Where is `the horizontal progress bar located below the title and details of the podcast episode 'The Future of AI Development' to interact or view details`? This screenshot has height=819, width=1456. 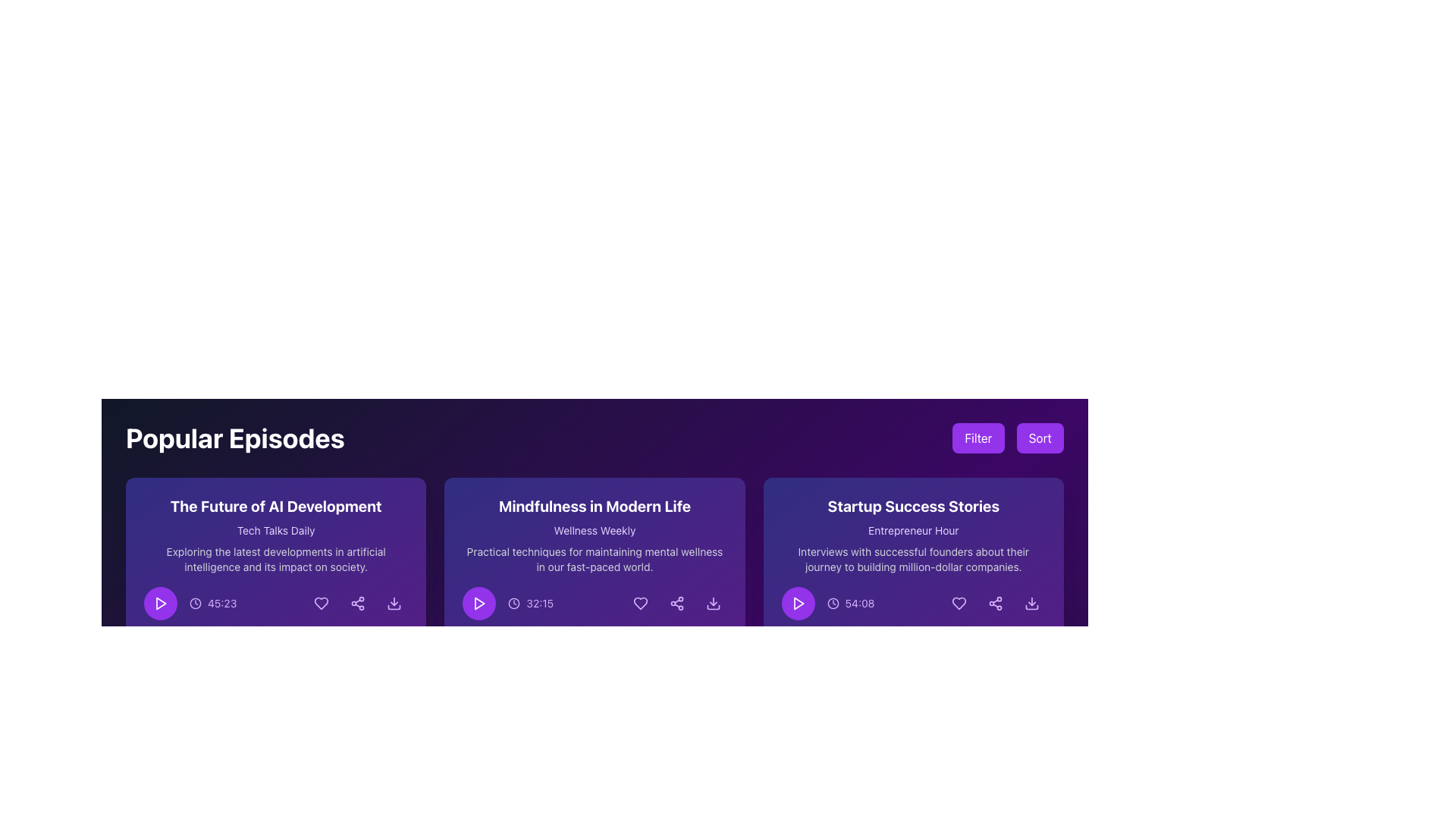 the horizontal progress bar located below the title and details of the podcast episode 'The Future of AI Development' to interact or view details is located at coordinates (276, 635).